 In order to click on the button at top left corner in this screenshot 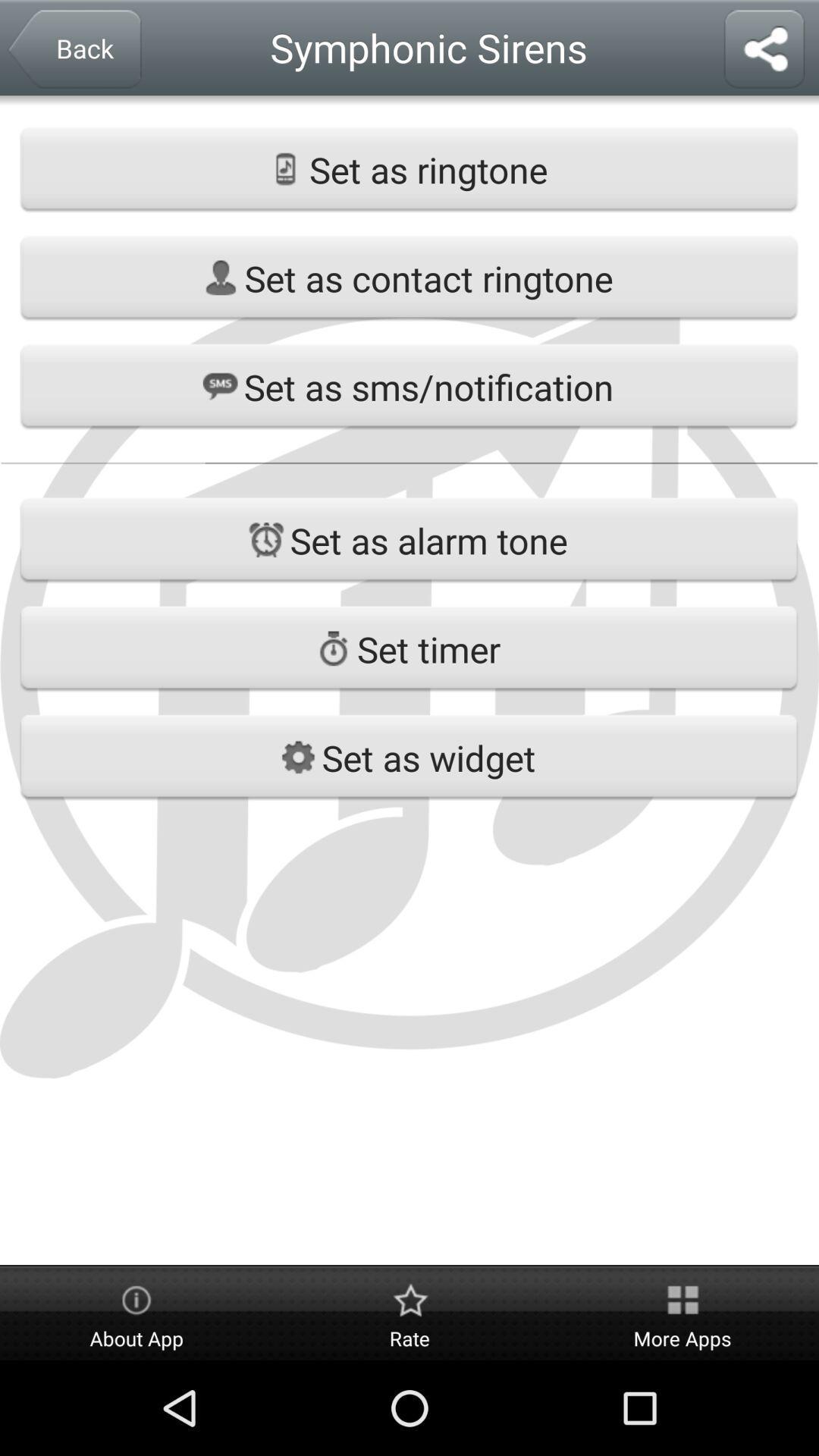, I will do `click(74, 51)`.